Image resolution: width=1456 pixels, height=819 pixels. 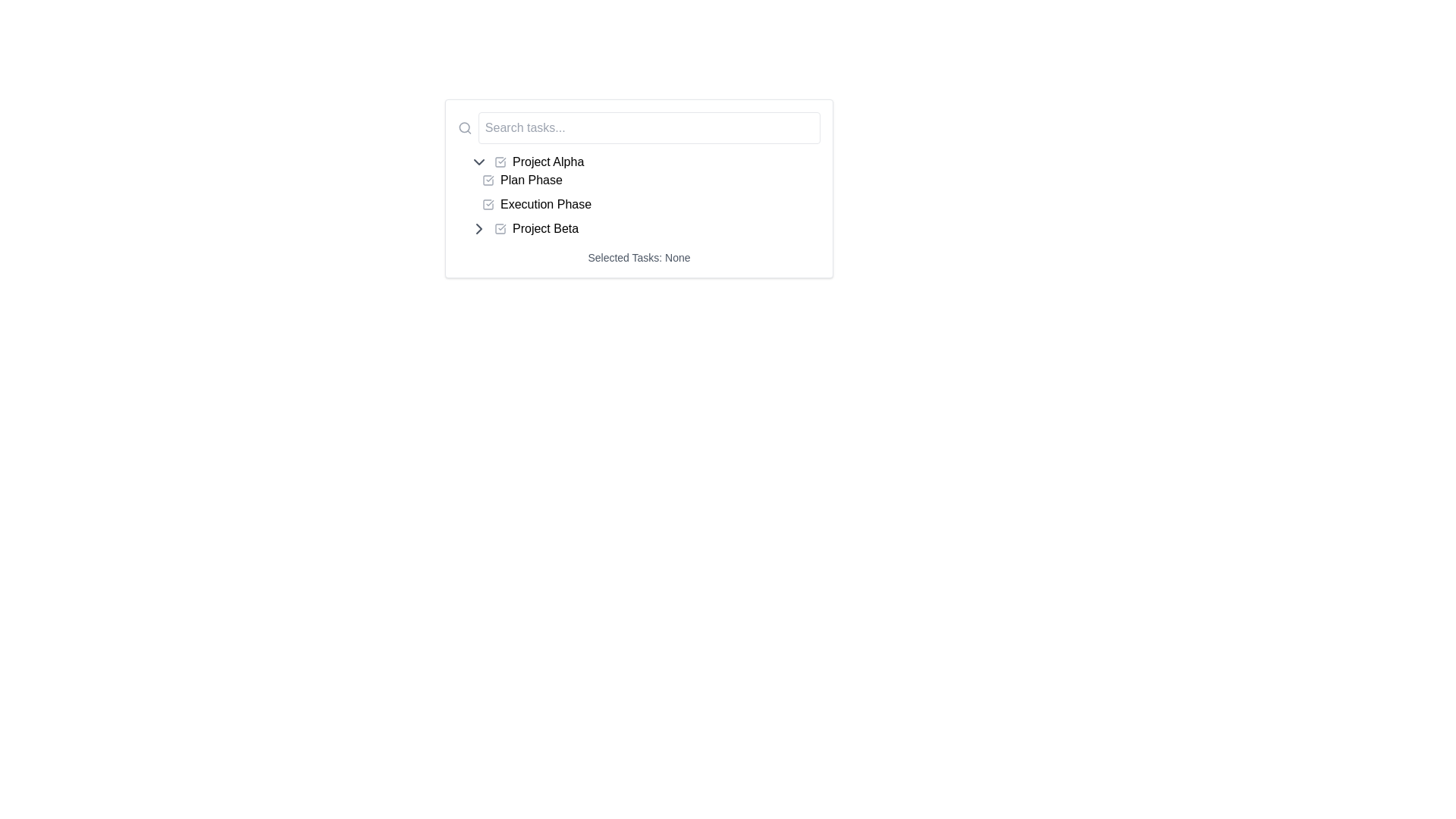 I want to click on the Chevron icon used for navigation or expansion, located to the left of the text 'Project Beta', to observe the color change, so click(x=479, y=228).